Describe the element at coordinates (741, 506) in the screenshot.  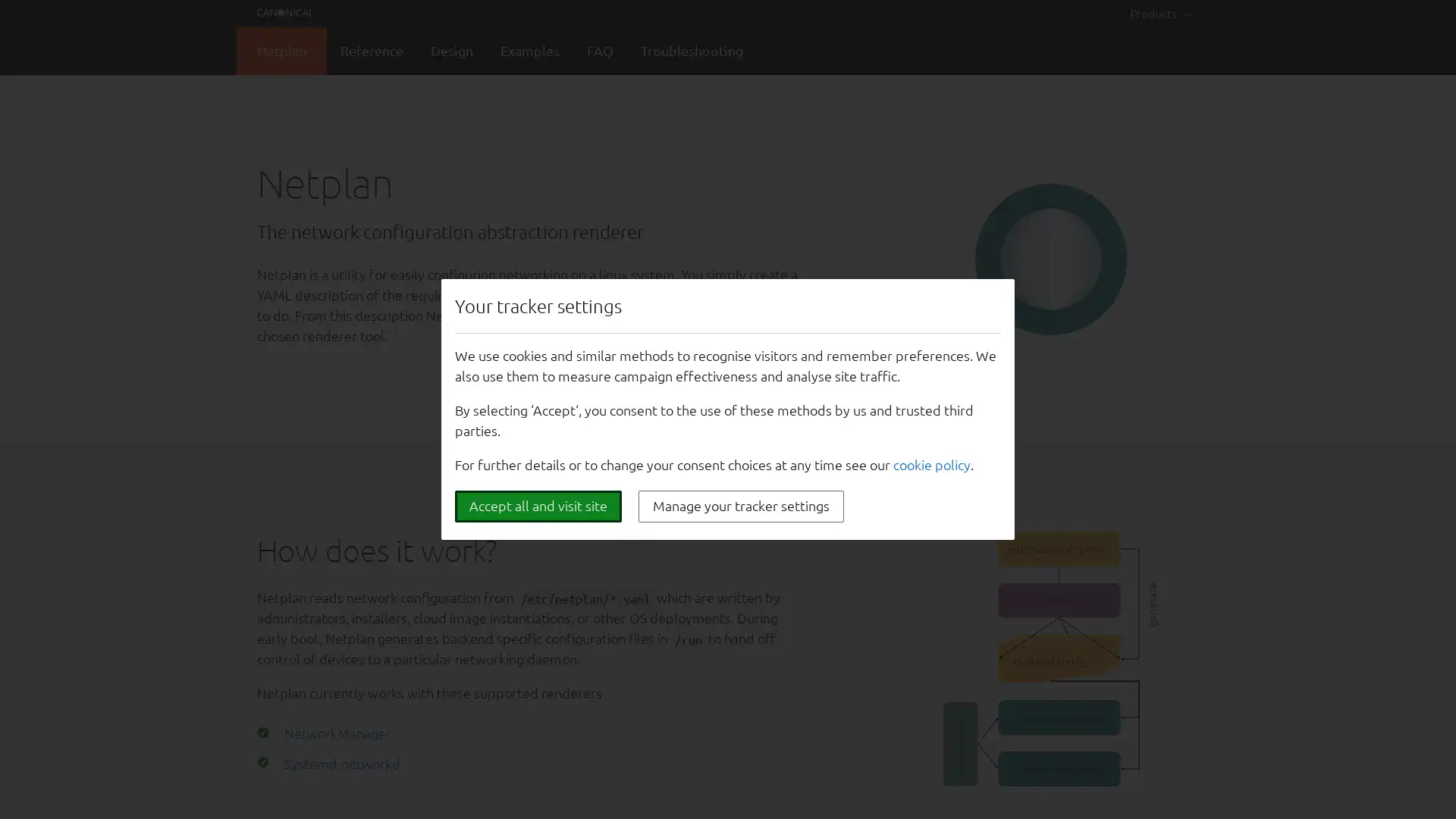
I see `Manage your tracker settings` at that location.